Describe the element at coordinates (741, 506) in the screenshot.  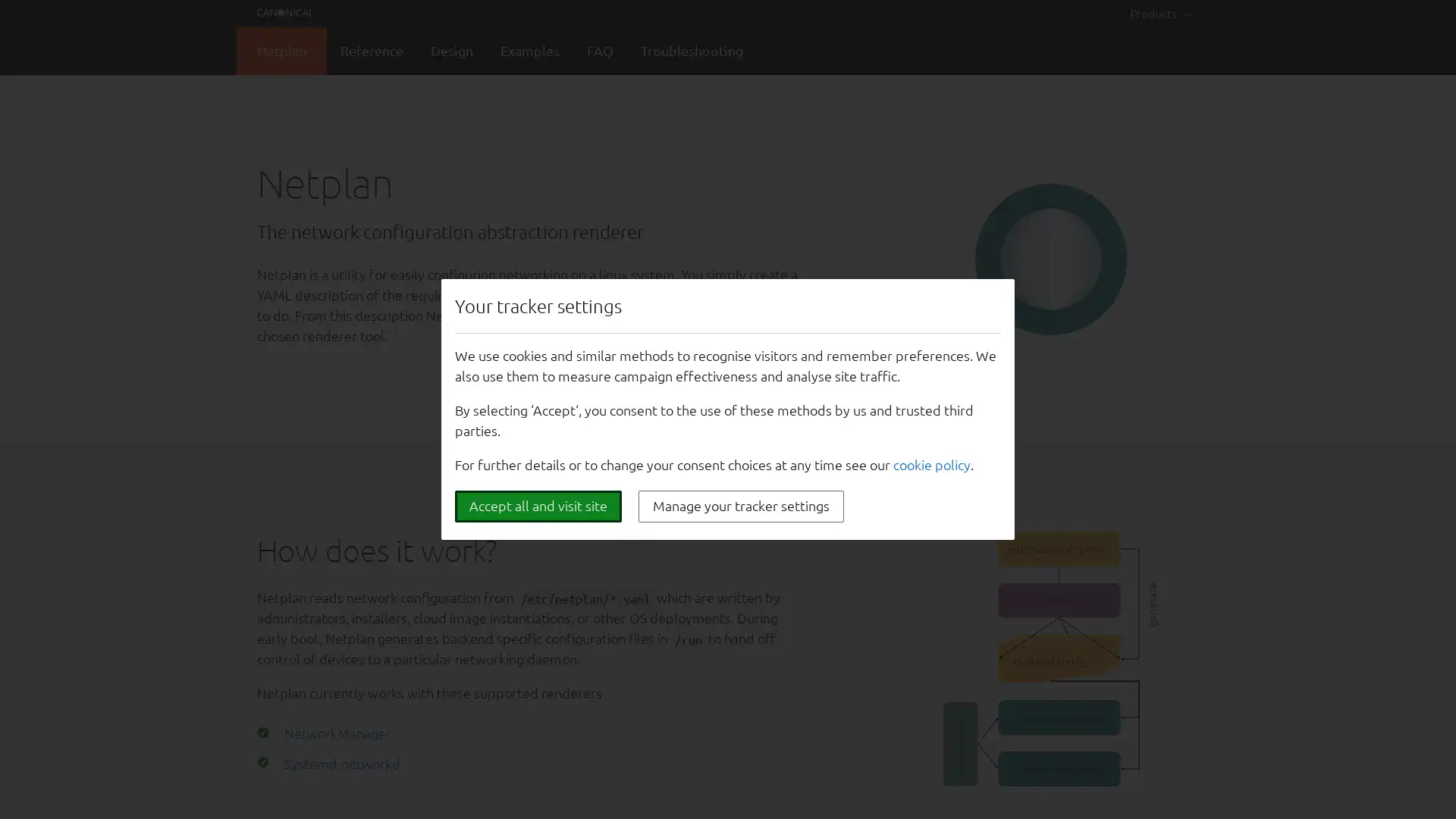
I see `Manage your tracker settings` at that location.